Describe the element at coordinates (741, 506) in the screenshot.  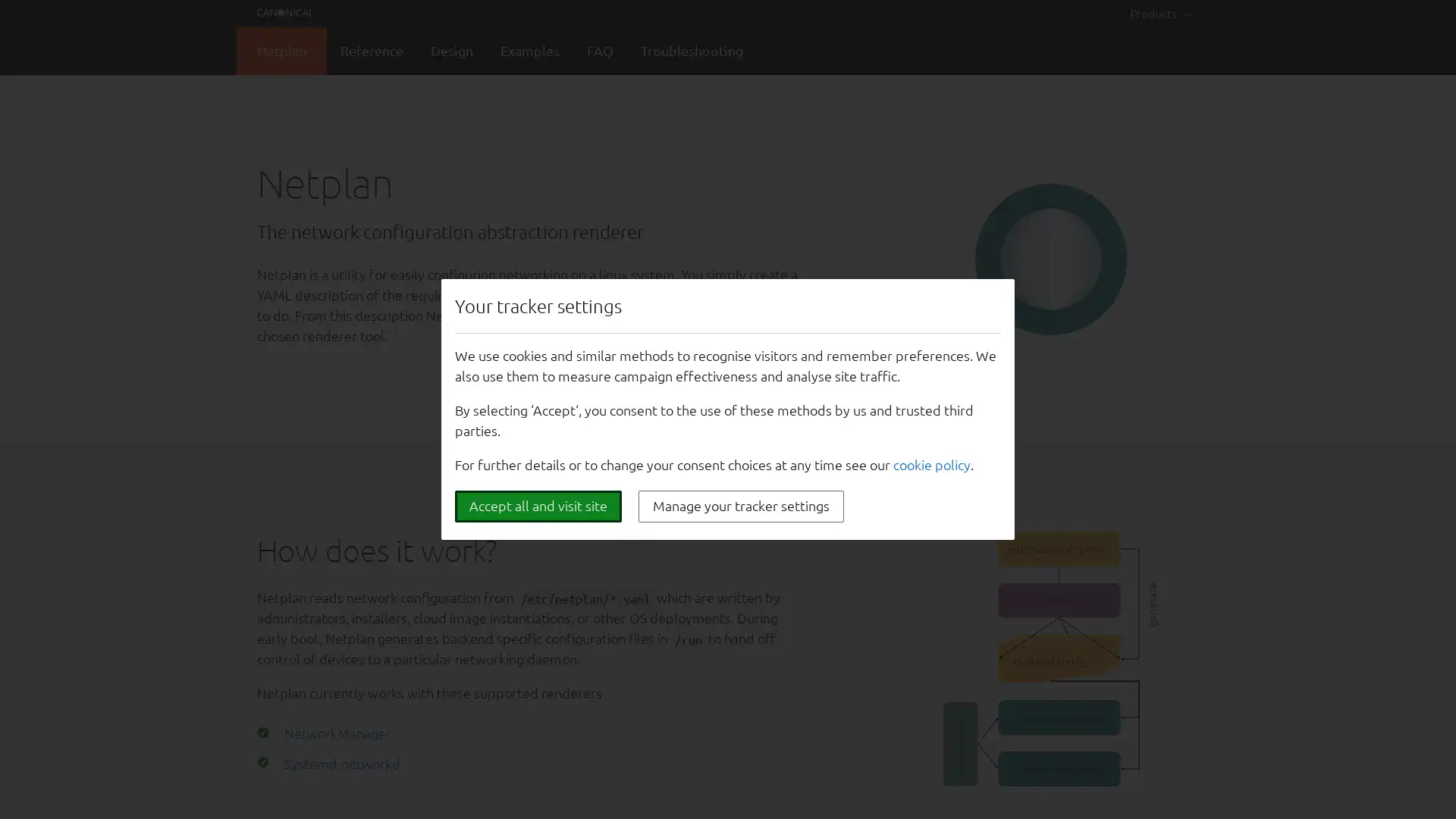
I see `Manage your tracker settings` at that location.